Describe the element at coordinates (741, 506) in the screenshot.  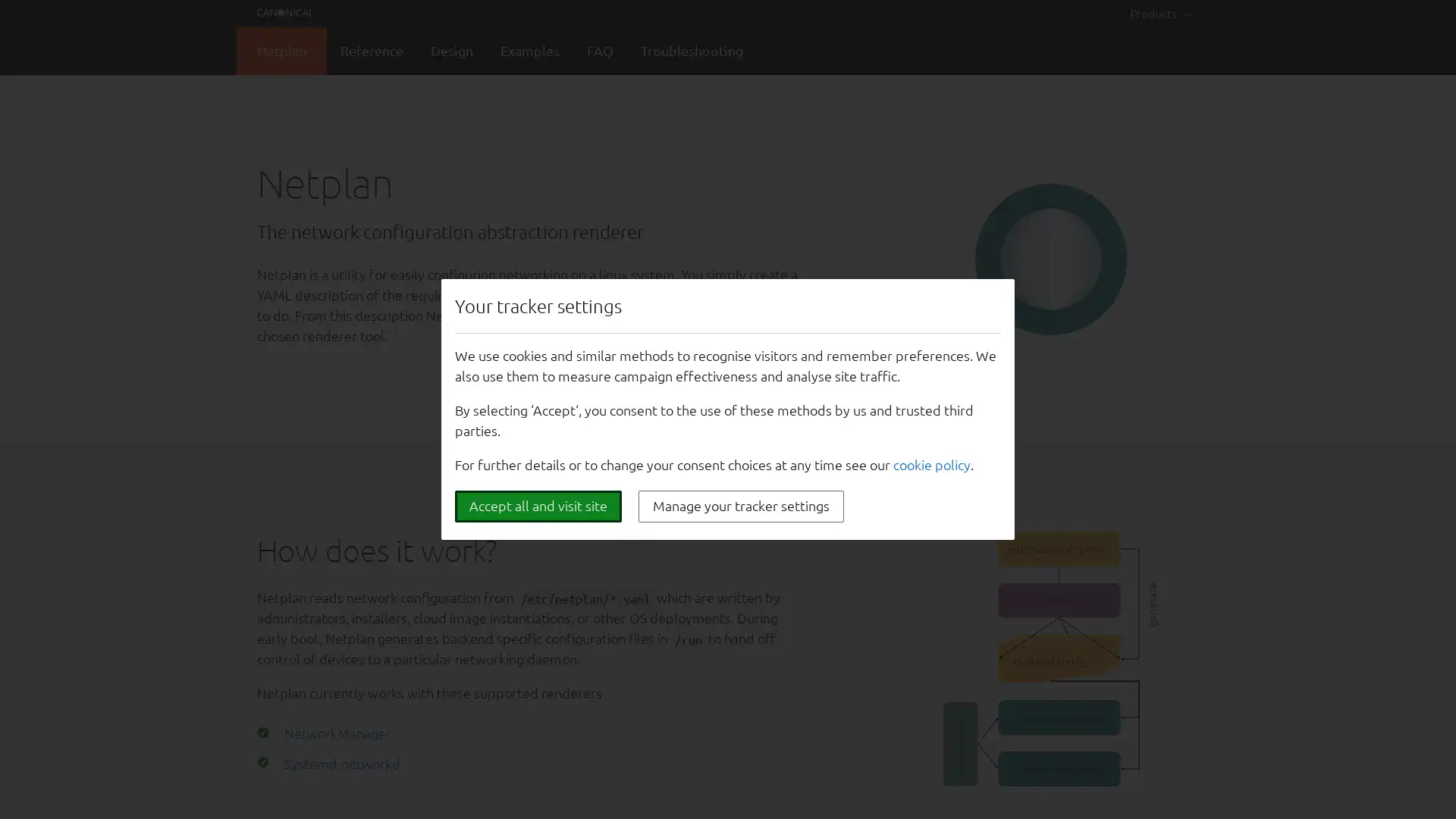
I see `Manage your tracker settings` at that location.